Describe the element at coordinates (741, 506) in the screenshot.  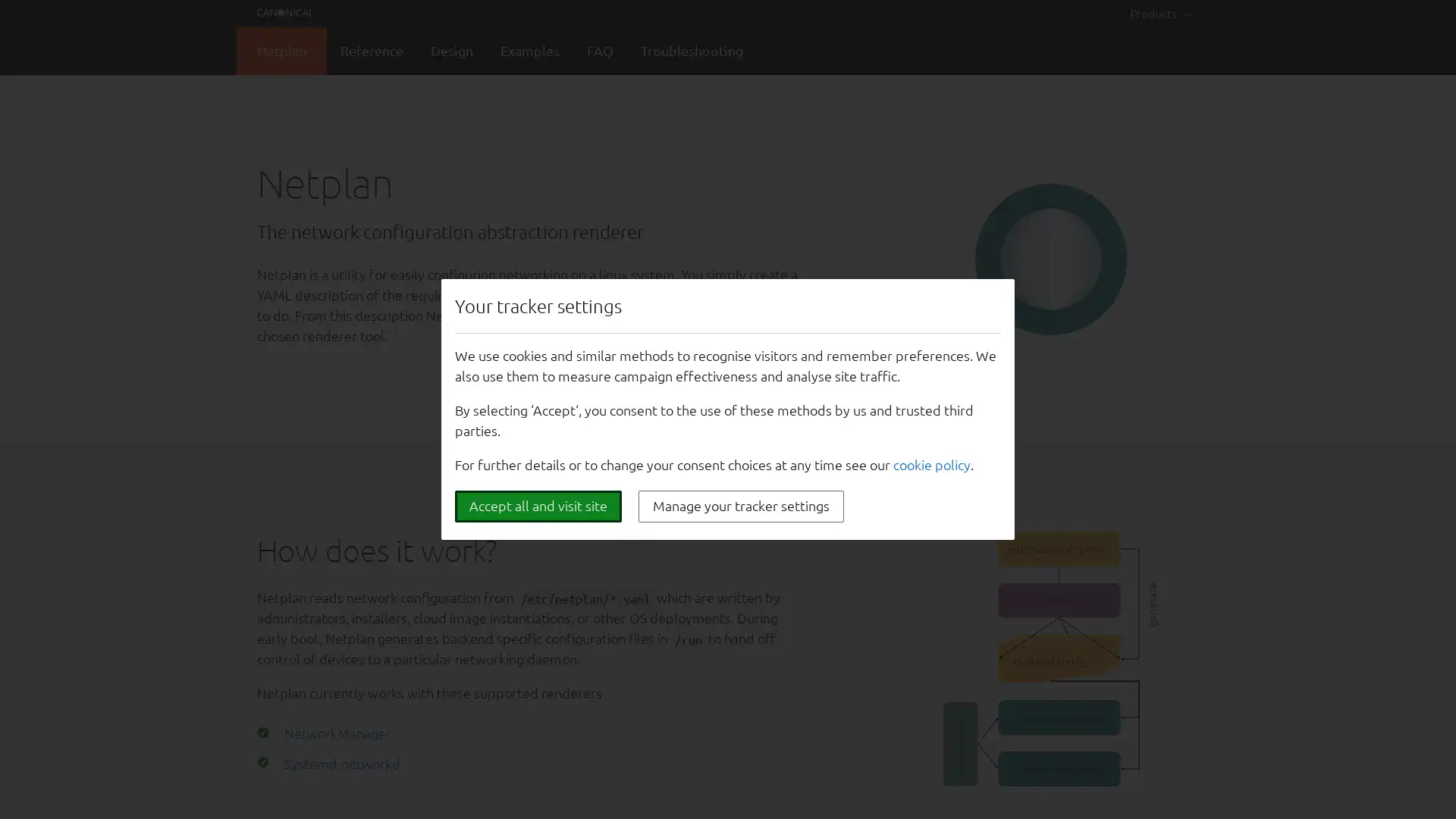
I see `Manage your tracker settings` at that location.